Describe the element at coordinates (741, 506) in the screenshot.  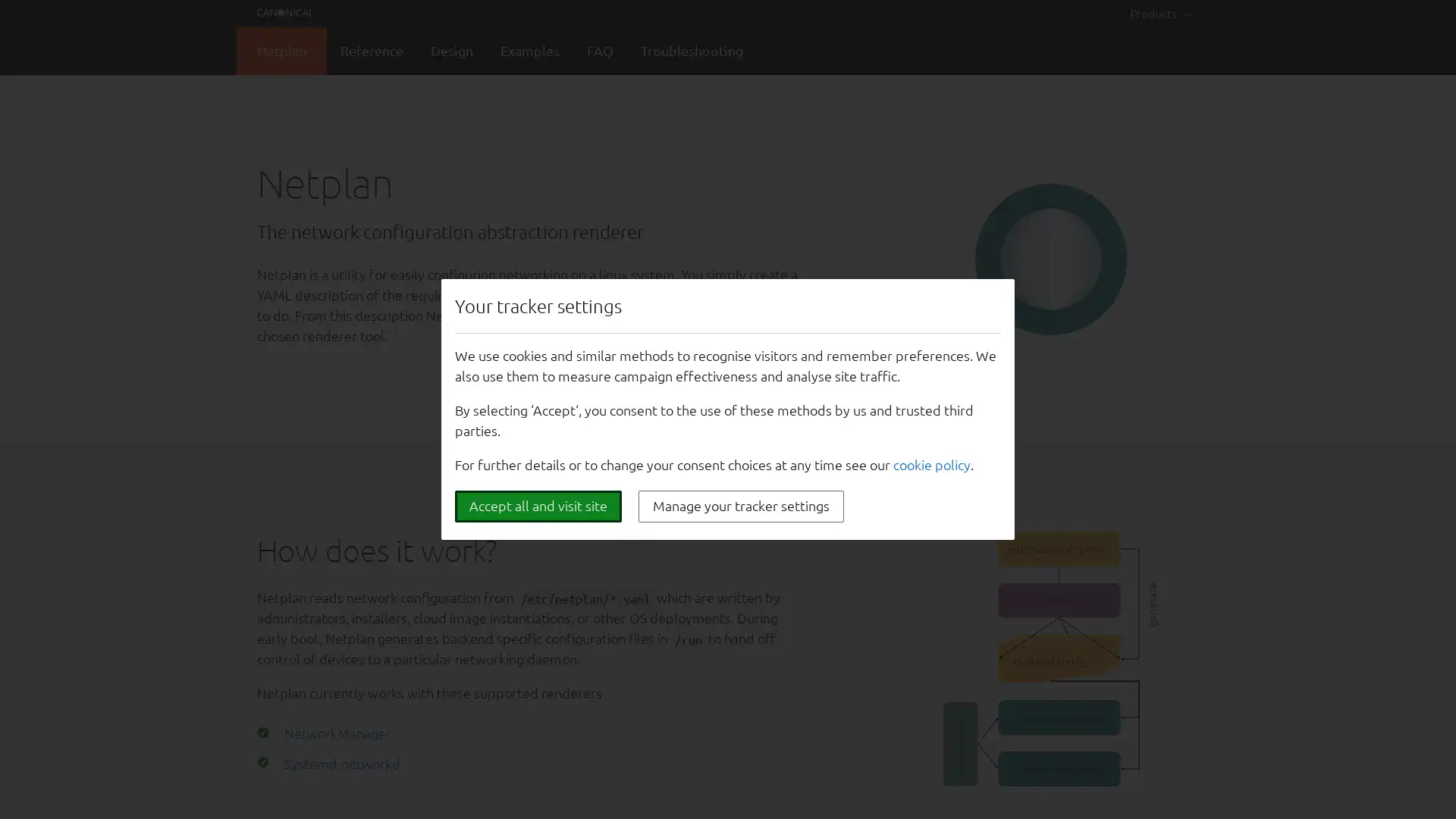
I see `Manage your tracker settings` at that location.